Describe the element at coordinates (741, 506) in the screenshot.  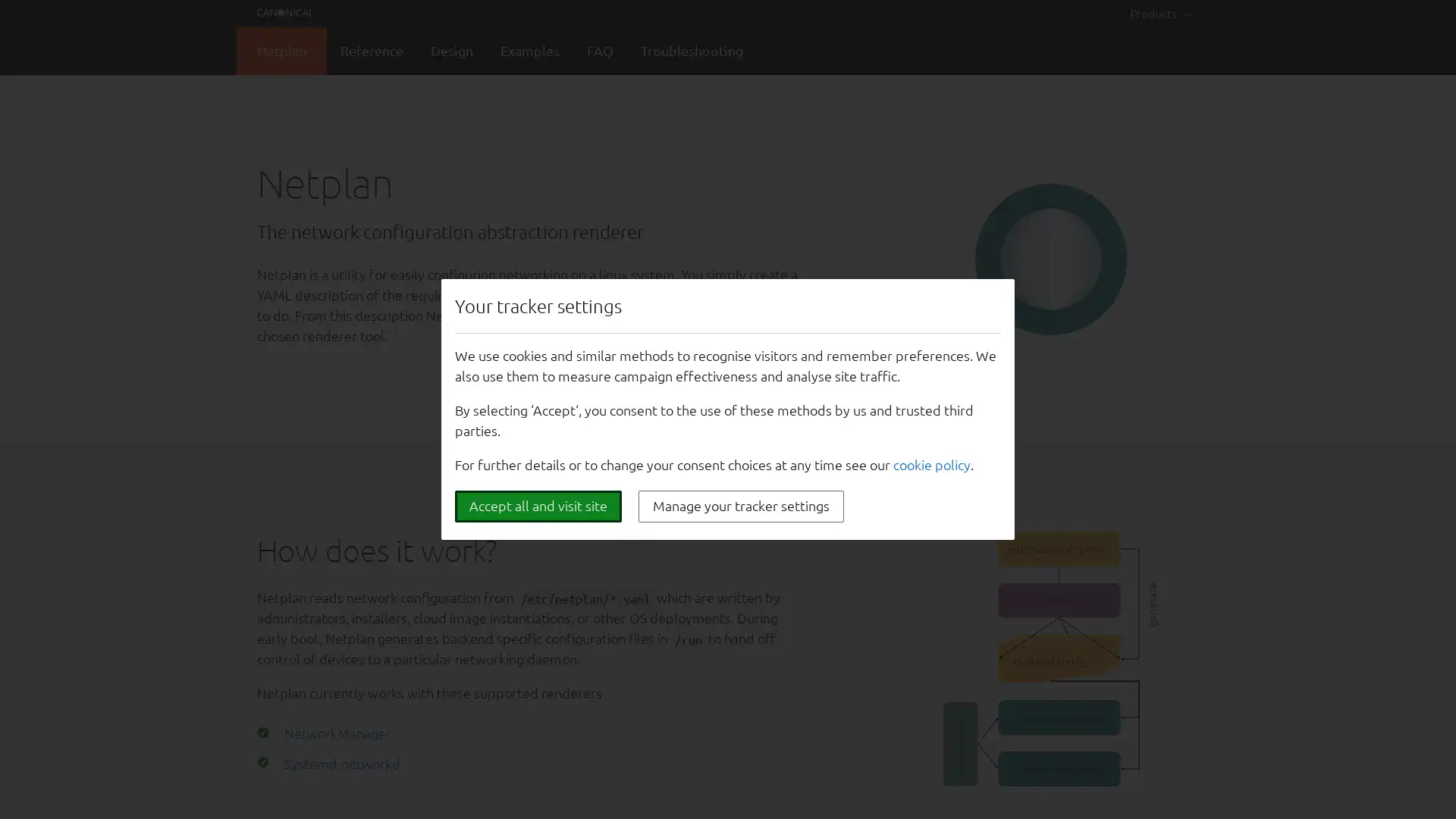
I see `Manage your tracker settings` at that location.